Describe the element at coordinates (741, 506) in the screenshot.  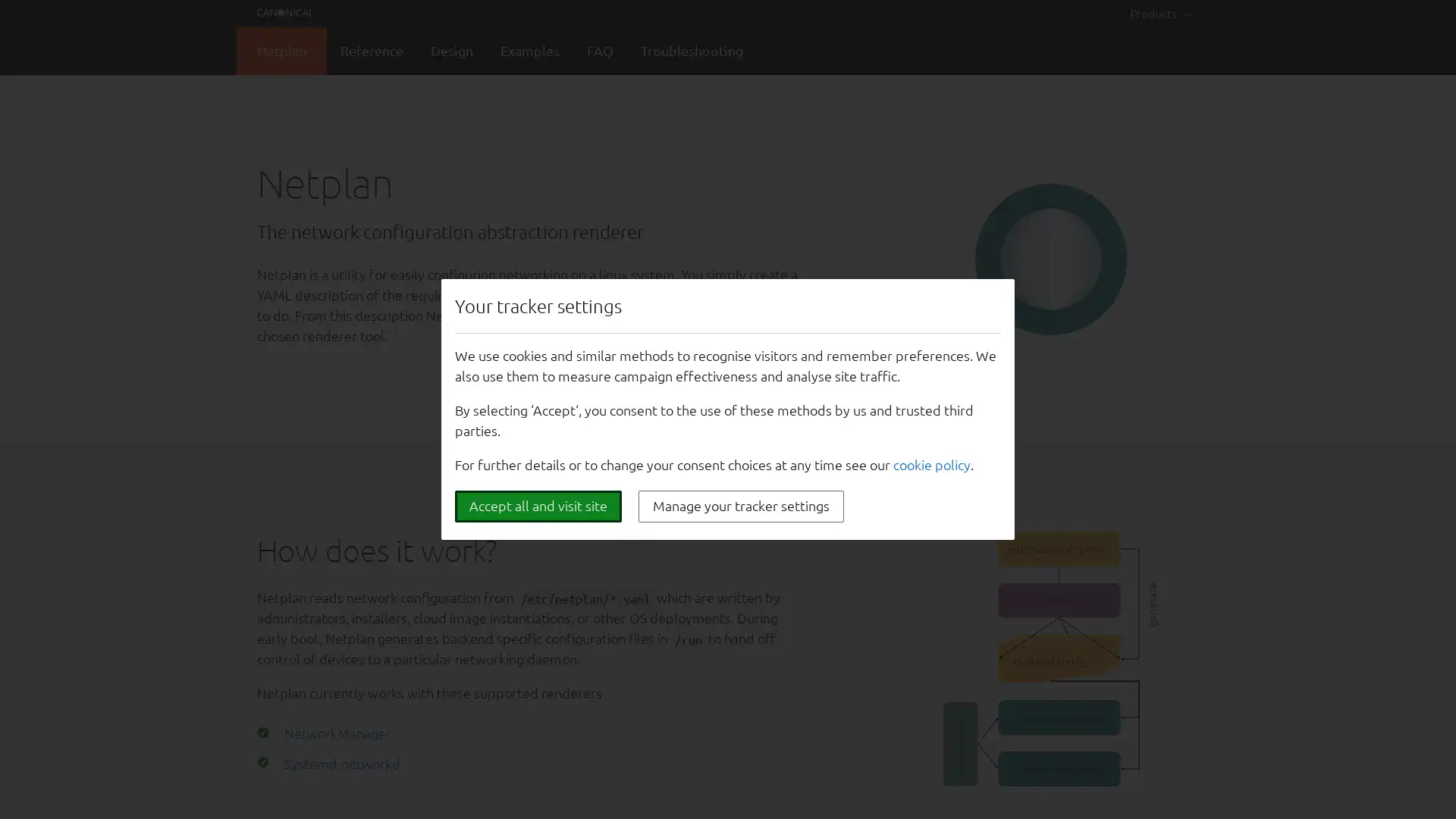
I see `Manage your tracker settings` at that location.